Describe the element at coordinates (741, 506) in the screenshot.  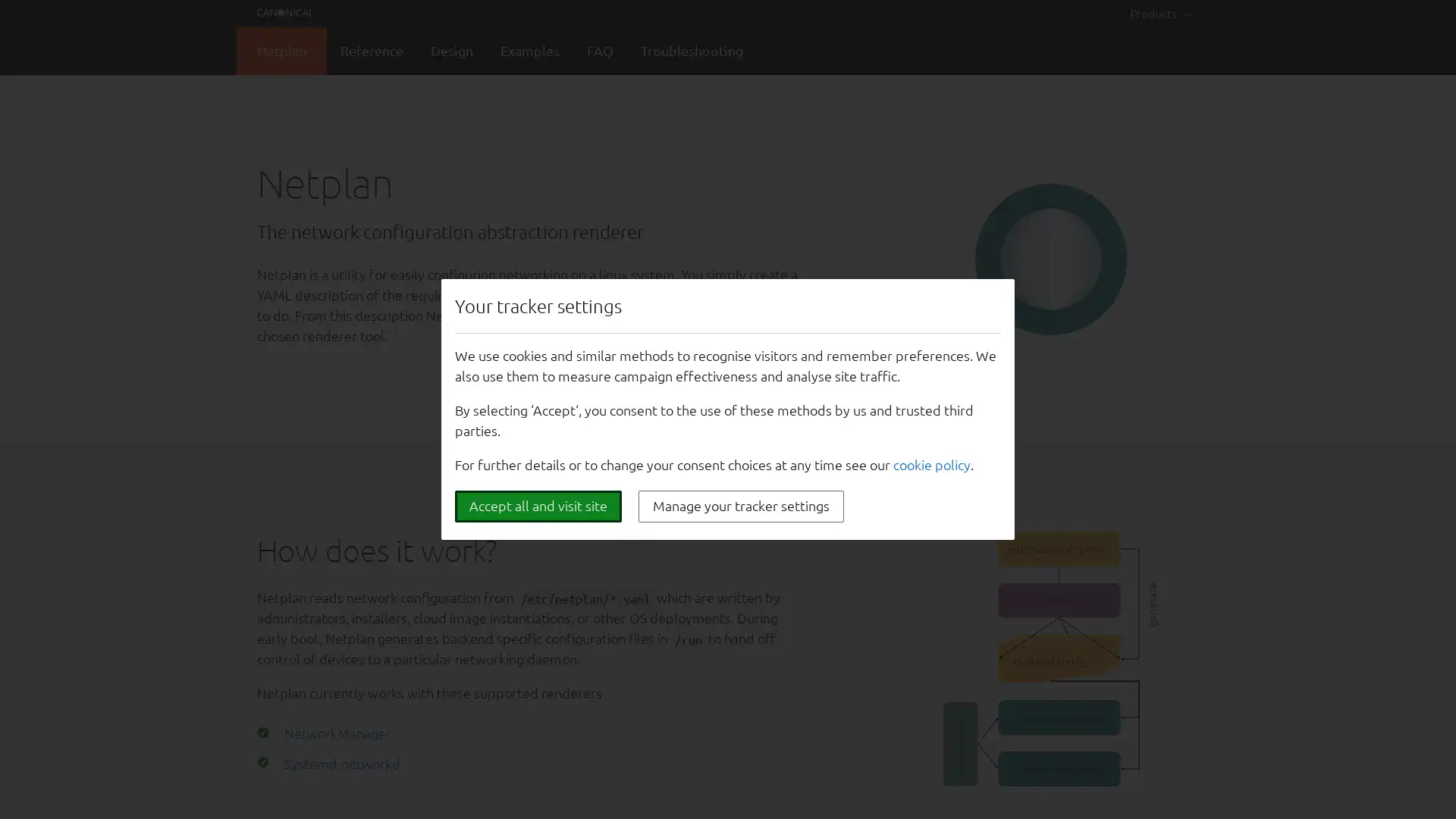
I see `Manage your tracker settings` at that location.